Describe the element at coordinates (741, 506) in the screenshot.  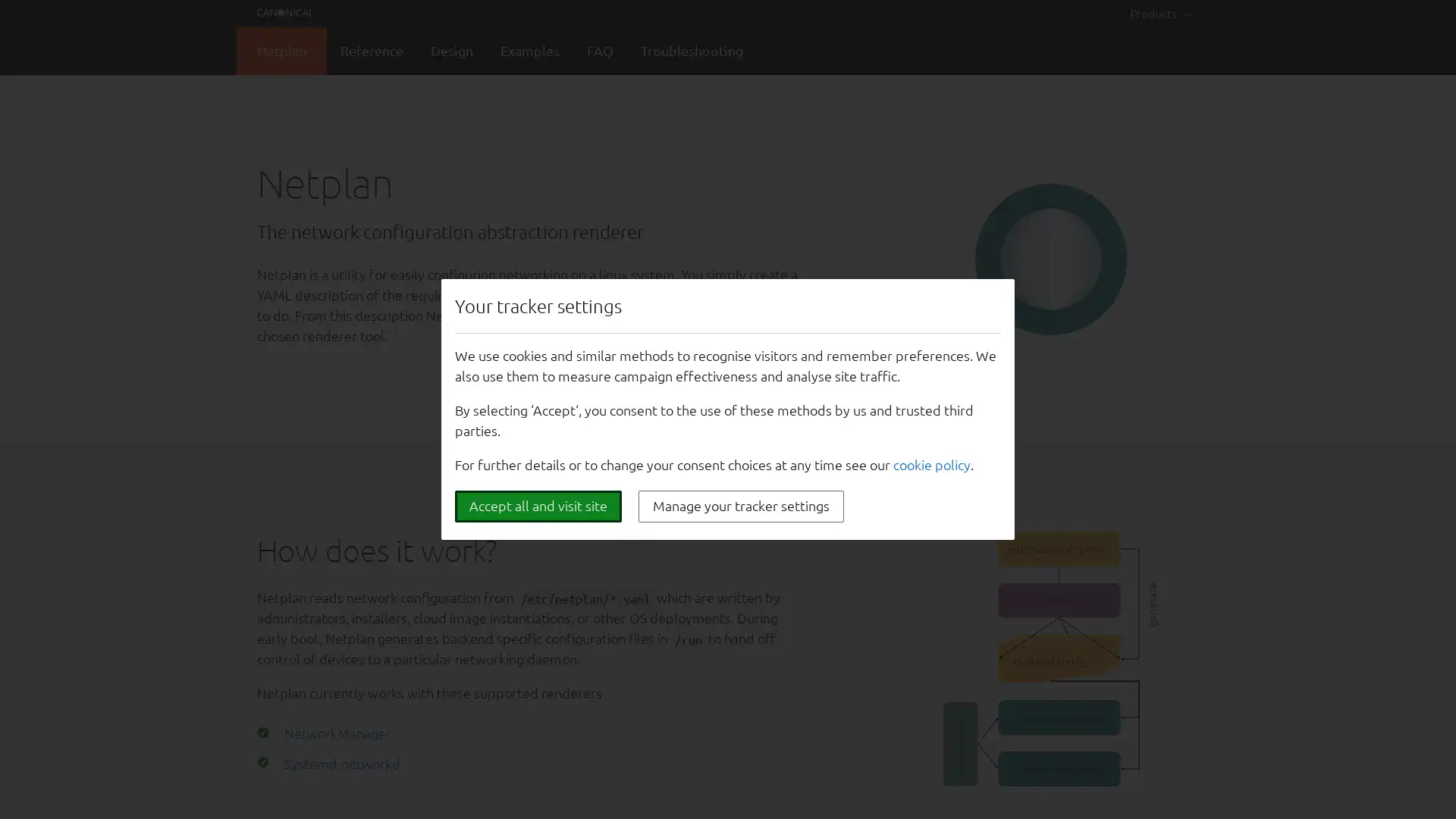
I see `Manage your tracker settings` at that location.